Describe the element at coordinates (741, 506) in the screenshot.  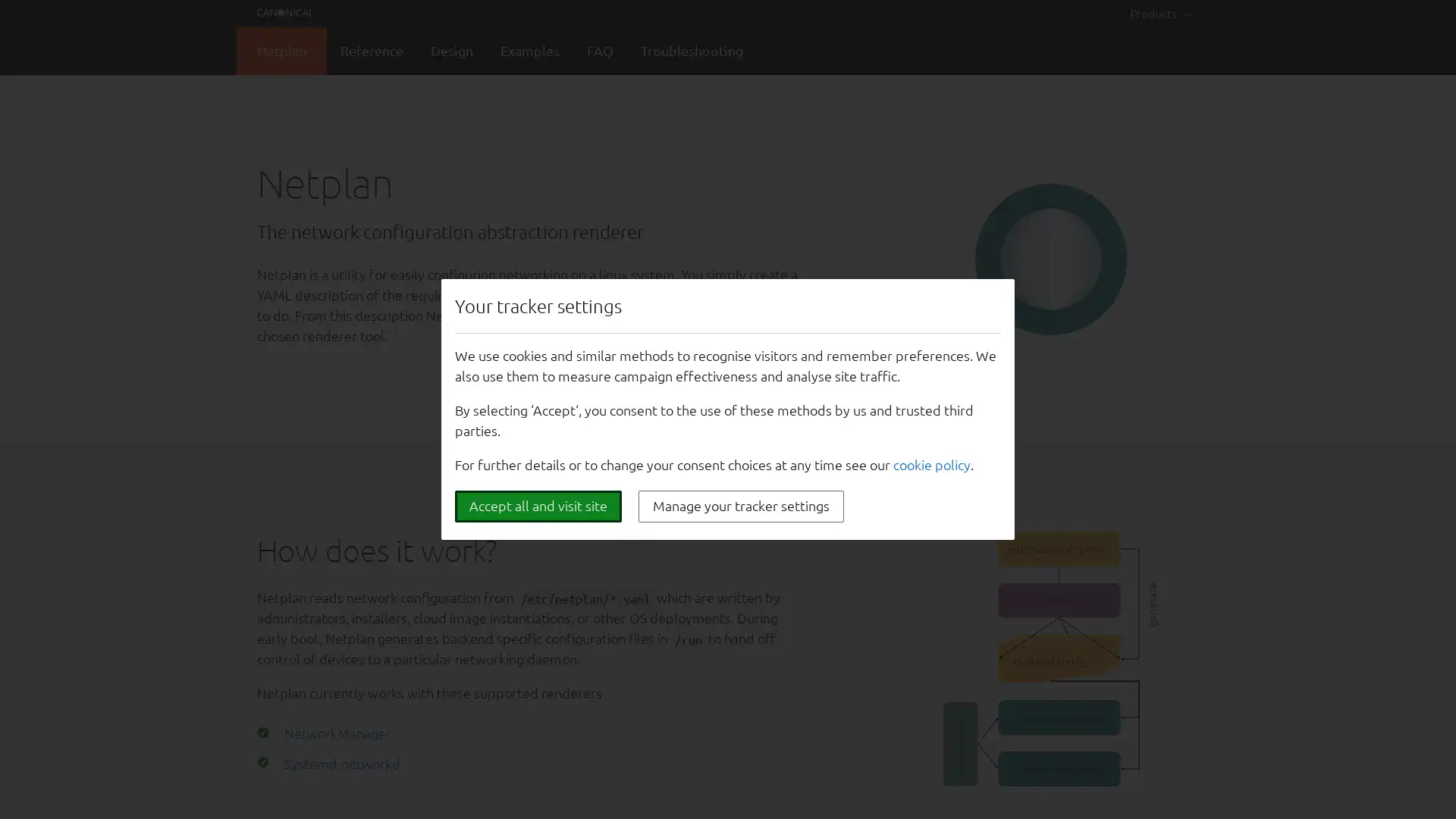
I see `Manage your tracker settings` at that location.